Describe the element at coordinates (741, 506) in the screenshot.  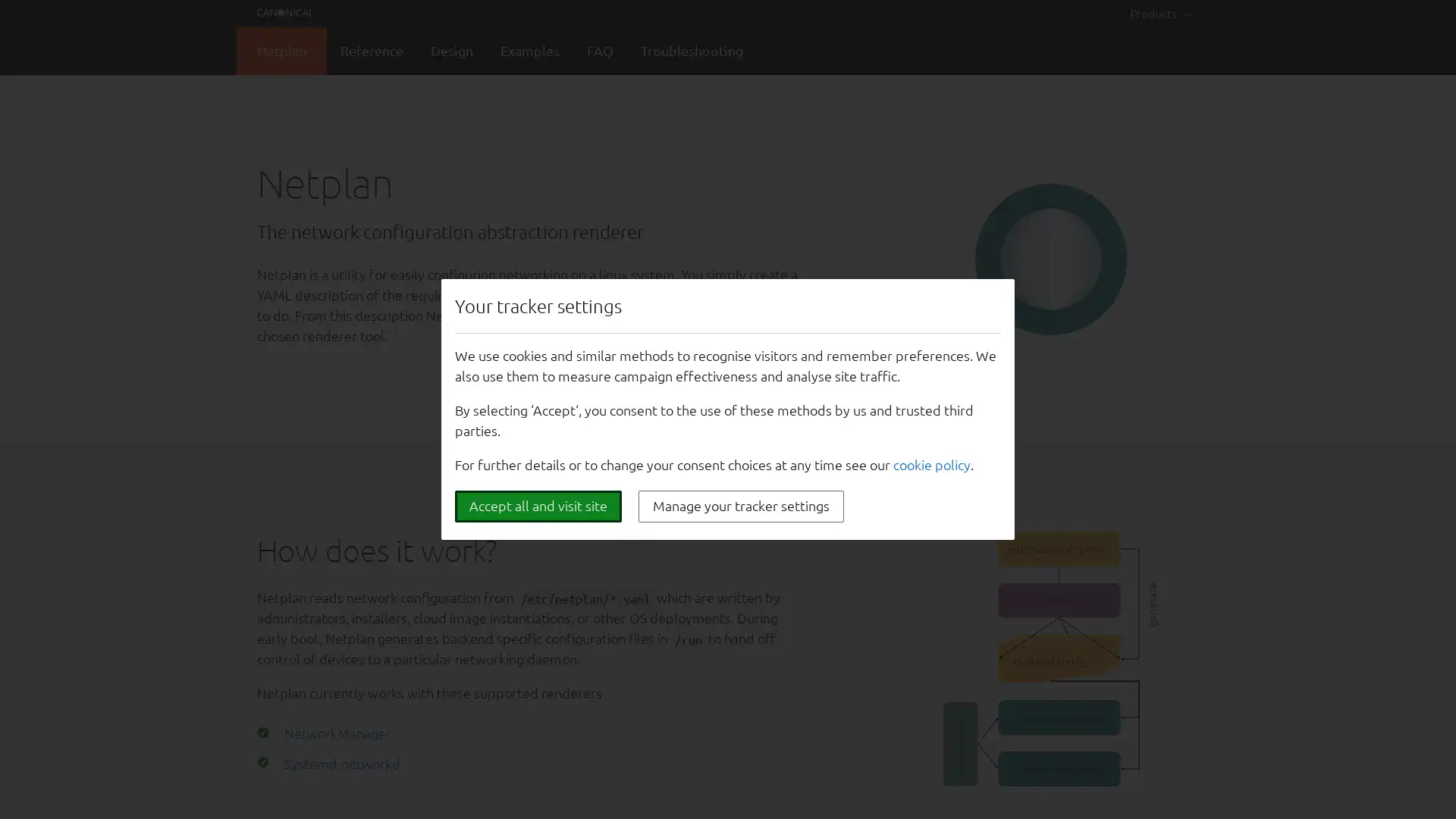
I see `Manage your tracker settings` at that location.